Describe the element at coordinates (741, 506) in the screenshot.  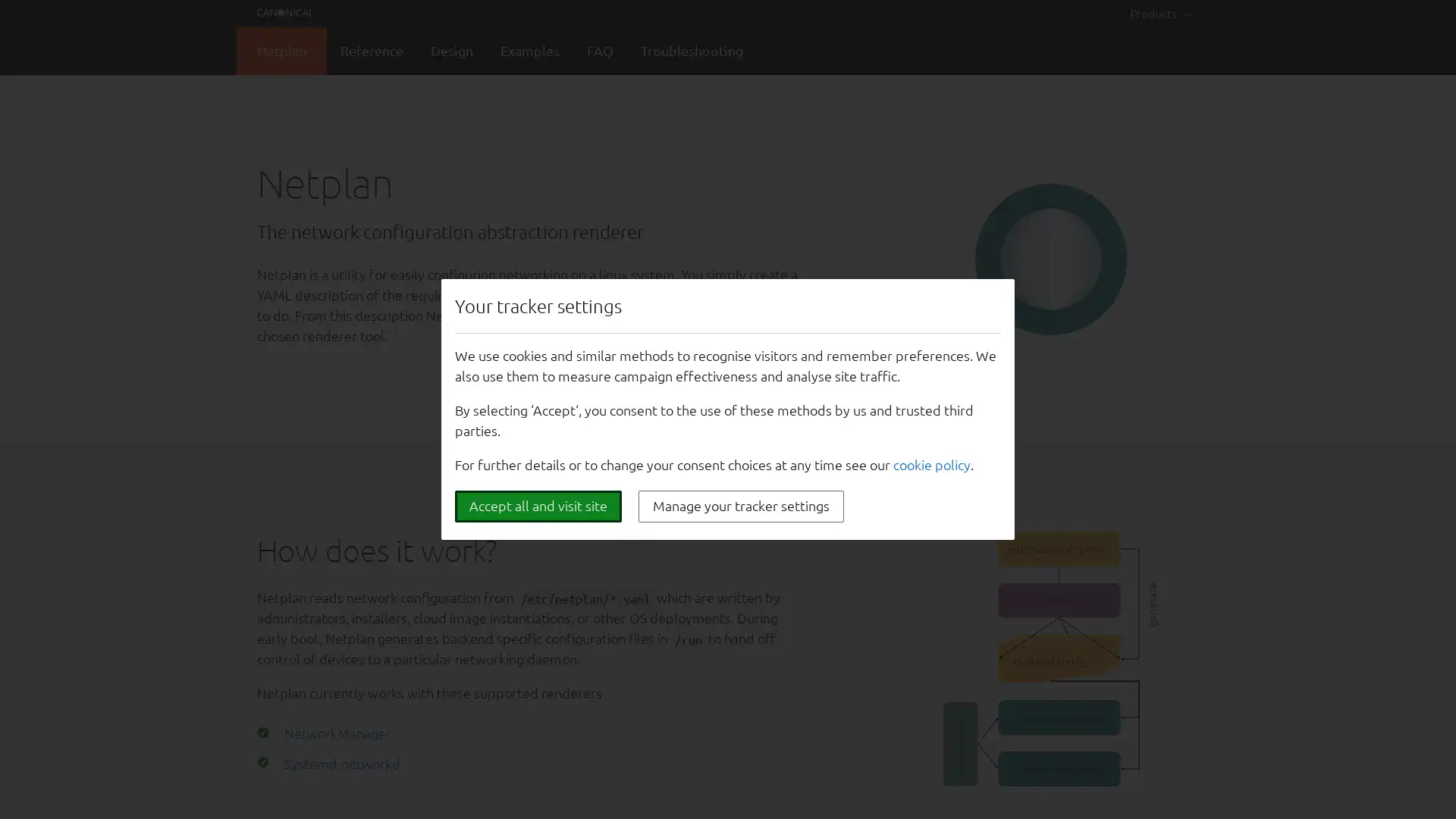
I see `Manage your tracker settings` at that location.